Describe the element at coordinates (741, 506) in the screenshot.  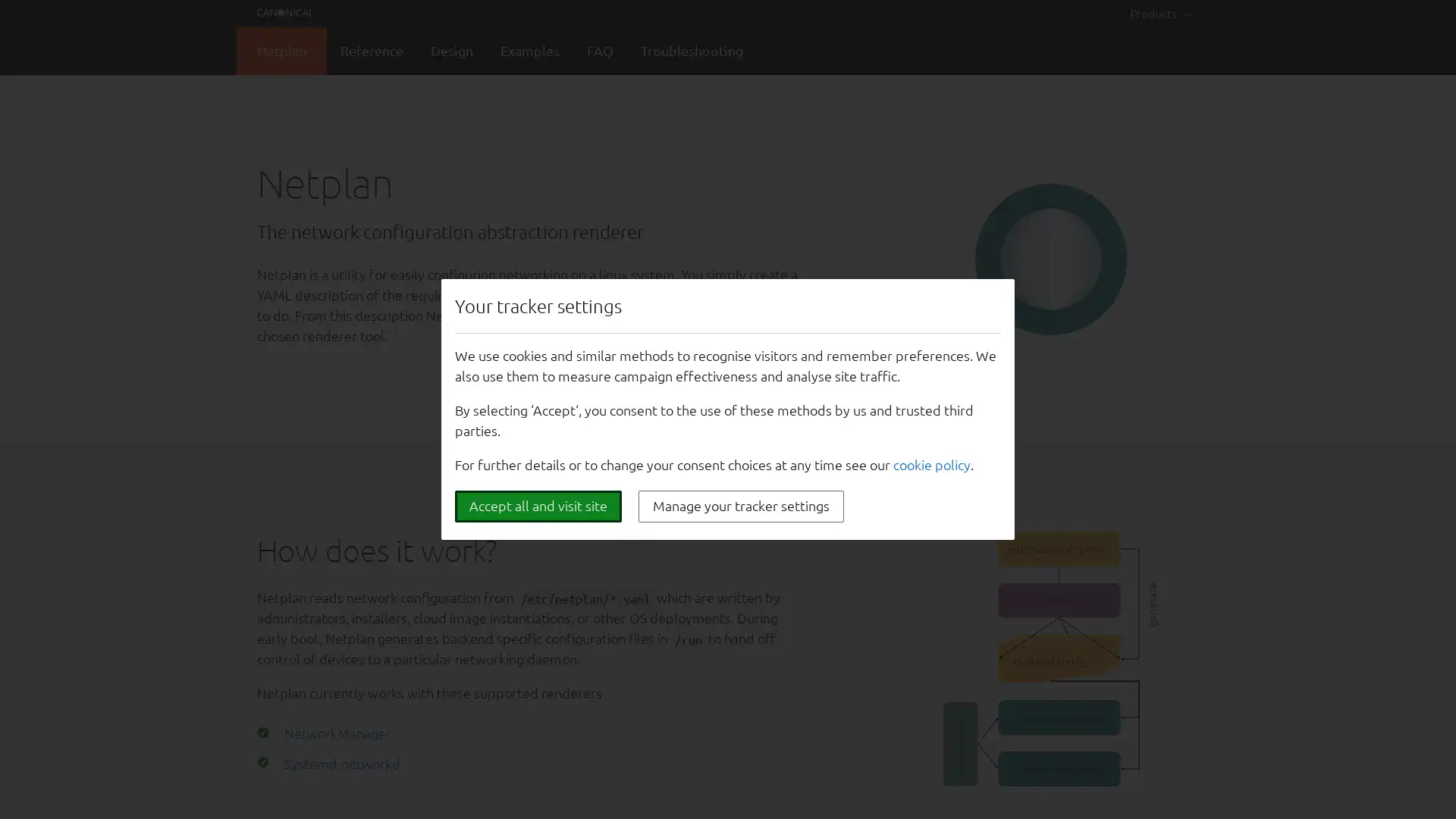
I see `Manage your tracker settings` at that location.